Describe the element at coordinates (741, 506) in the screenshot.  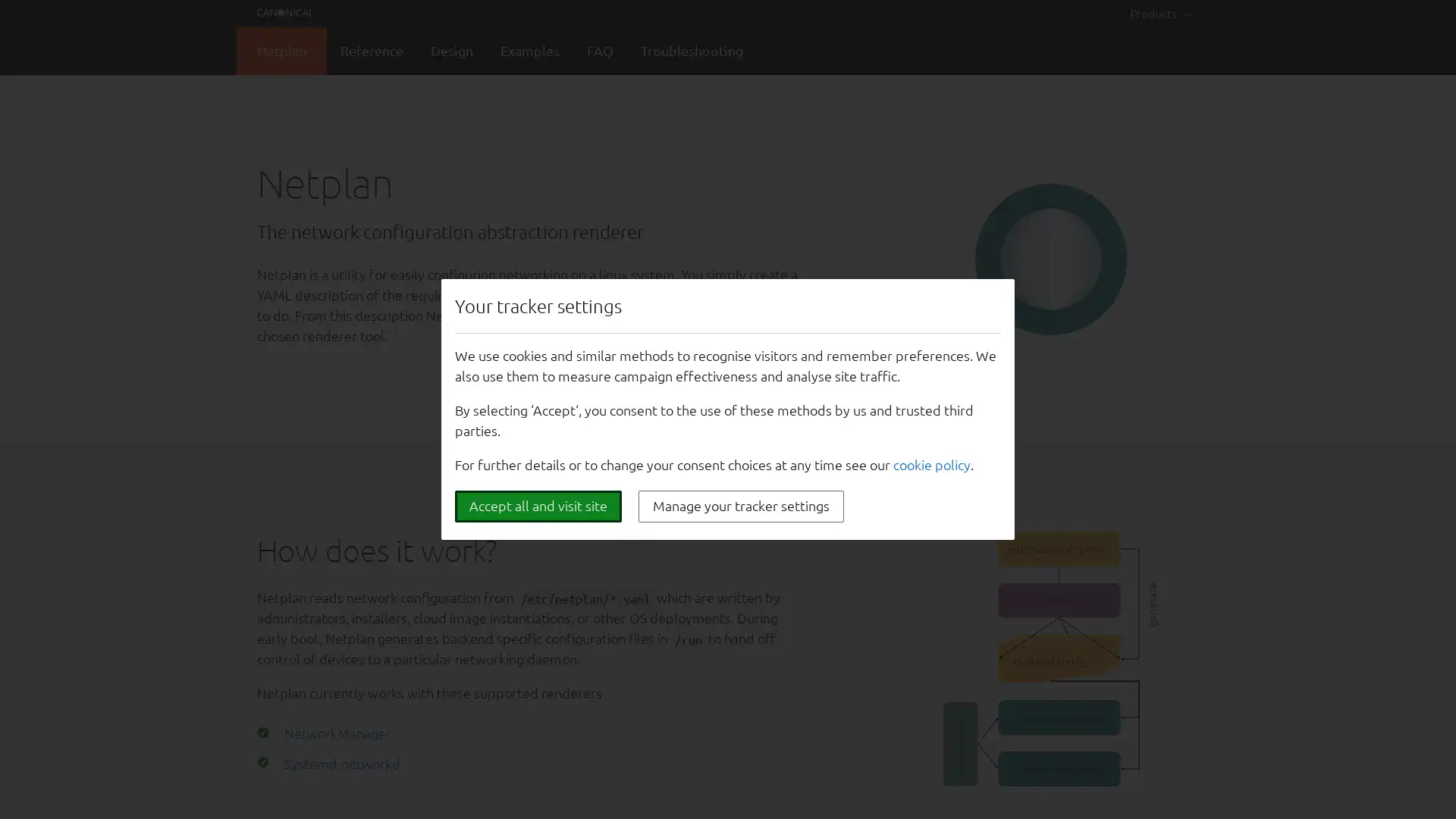
I see `Manage your tracker settings` at that location.